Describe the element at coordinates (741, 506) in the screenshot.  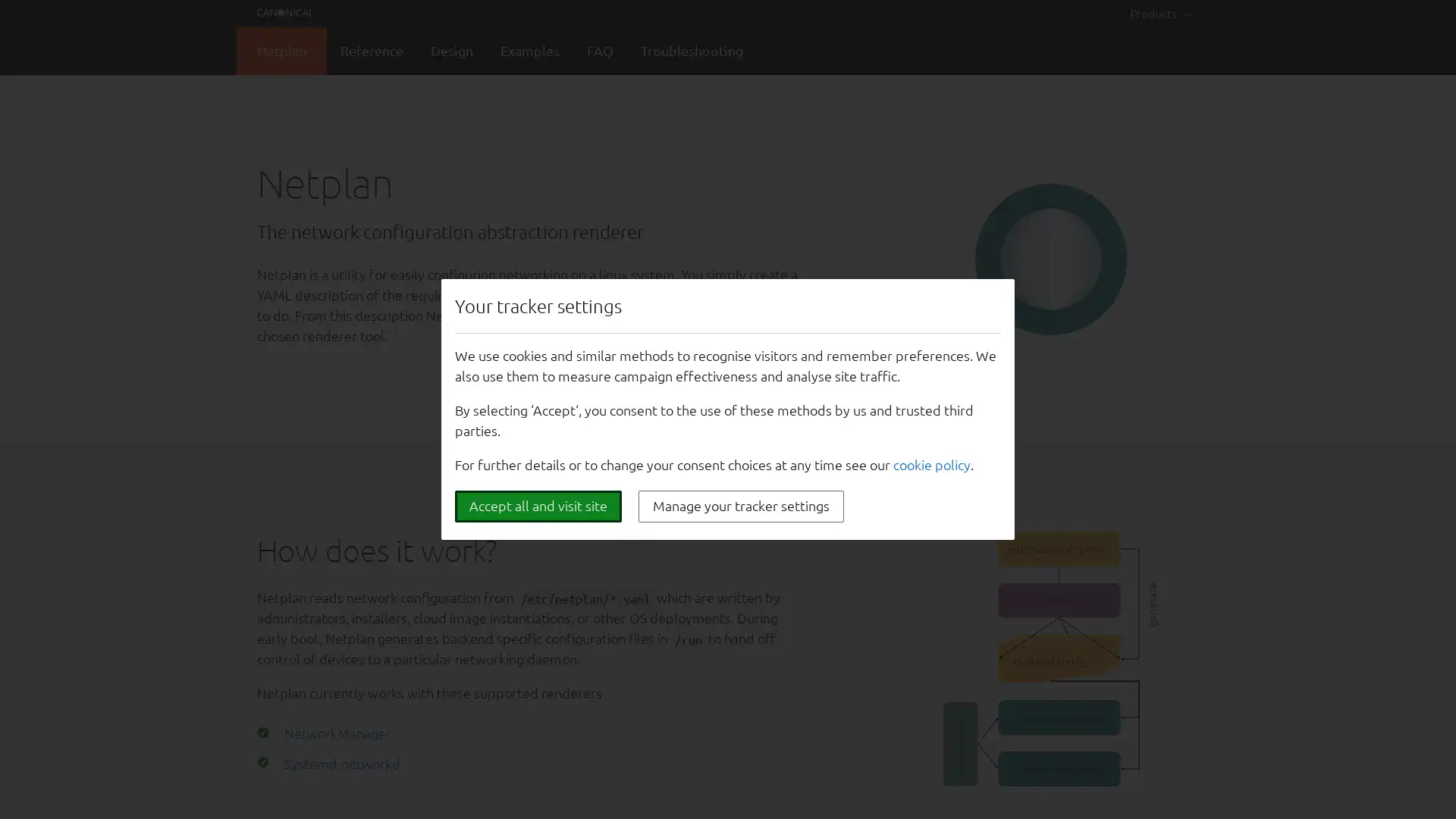
I see `Manage your tracker settings` at that location.